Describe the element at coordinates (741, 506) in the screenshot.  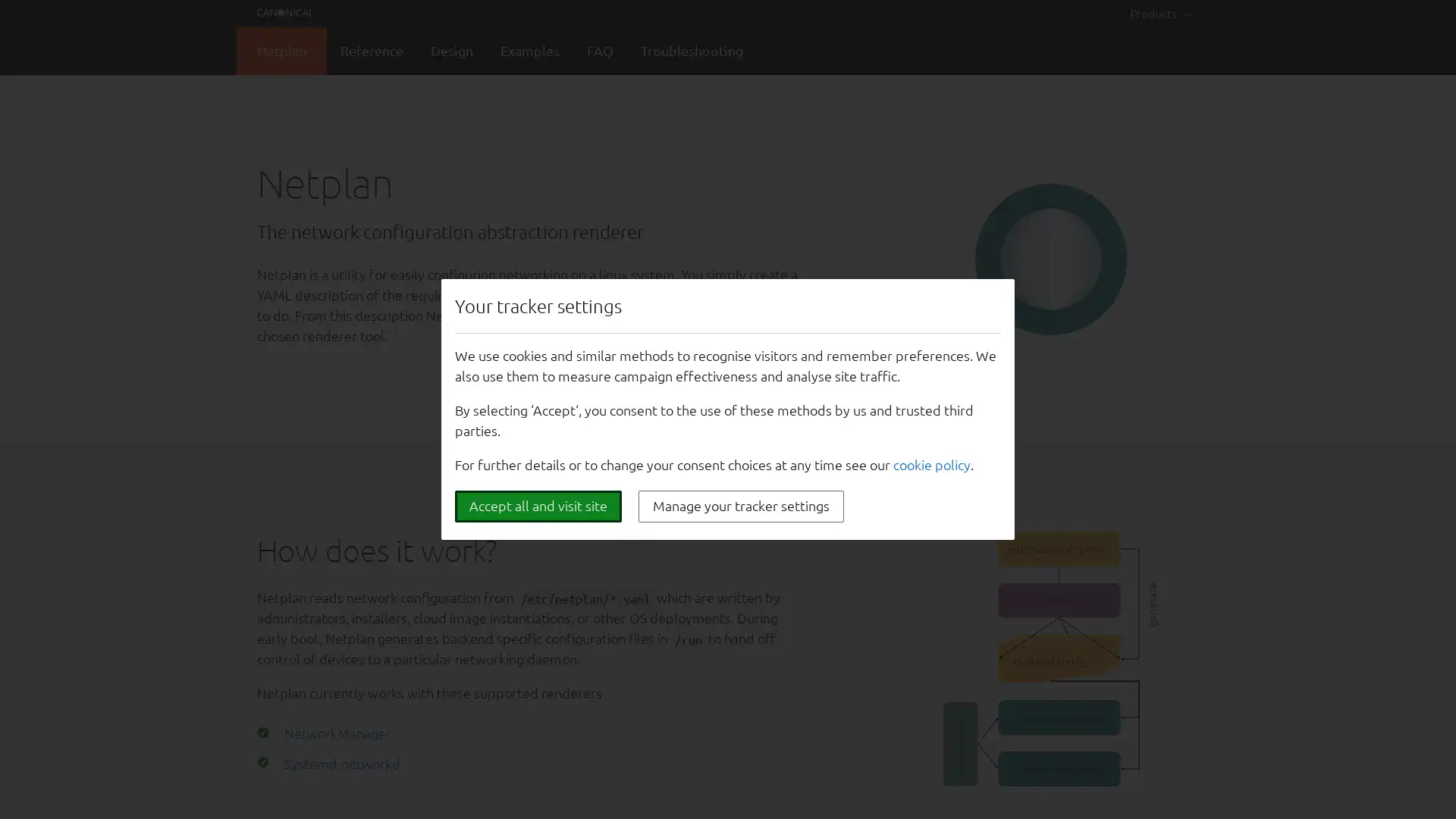
I see `Manage your tracker settings` at that location.